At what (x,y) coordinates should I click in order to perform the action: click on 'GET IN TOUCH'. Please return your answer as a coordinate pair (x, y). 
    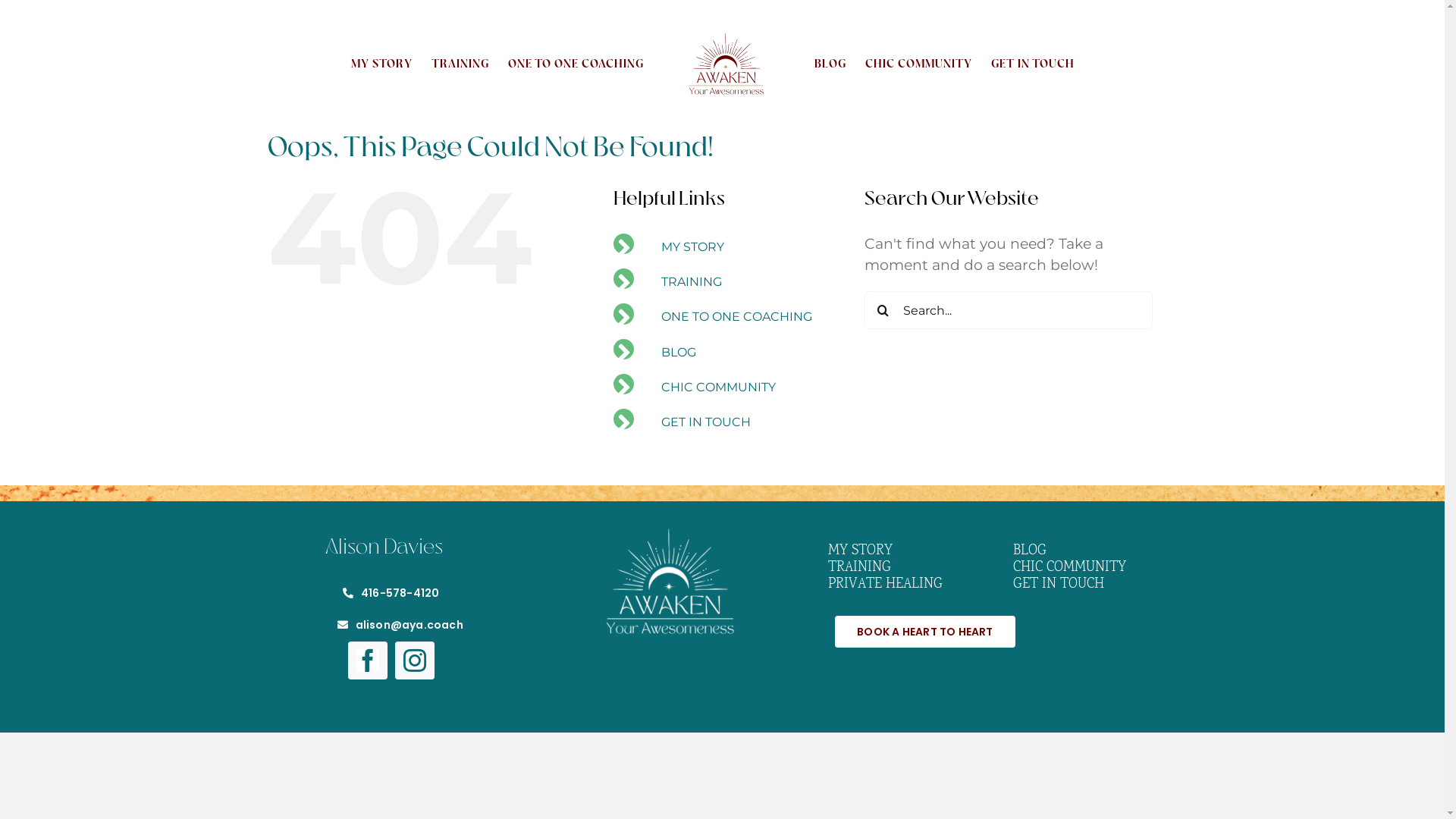
    Looking at the image, I should click on (1095, 584).